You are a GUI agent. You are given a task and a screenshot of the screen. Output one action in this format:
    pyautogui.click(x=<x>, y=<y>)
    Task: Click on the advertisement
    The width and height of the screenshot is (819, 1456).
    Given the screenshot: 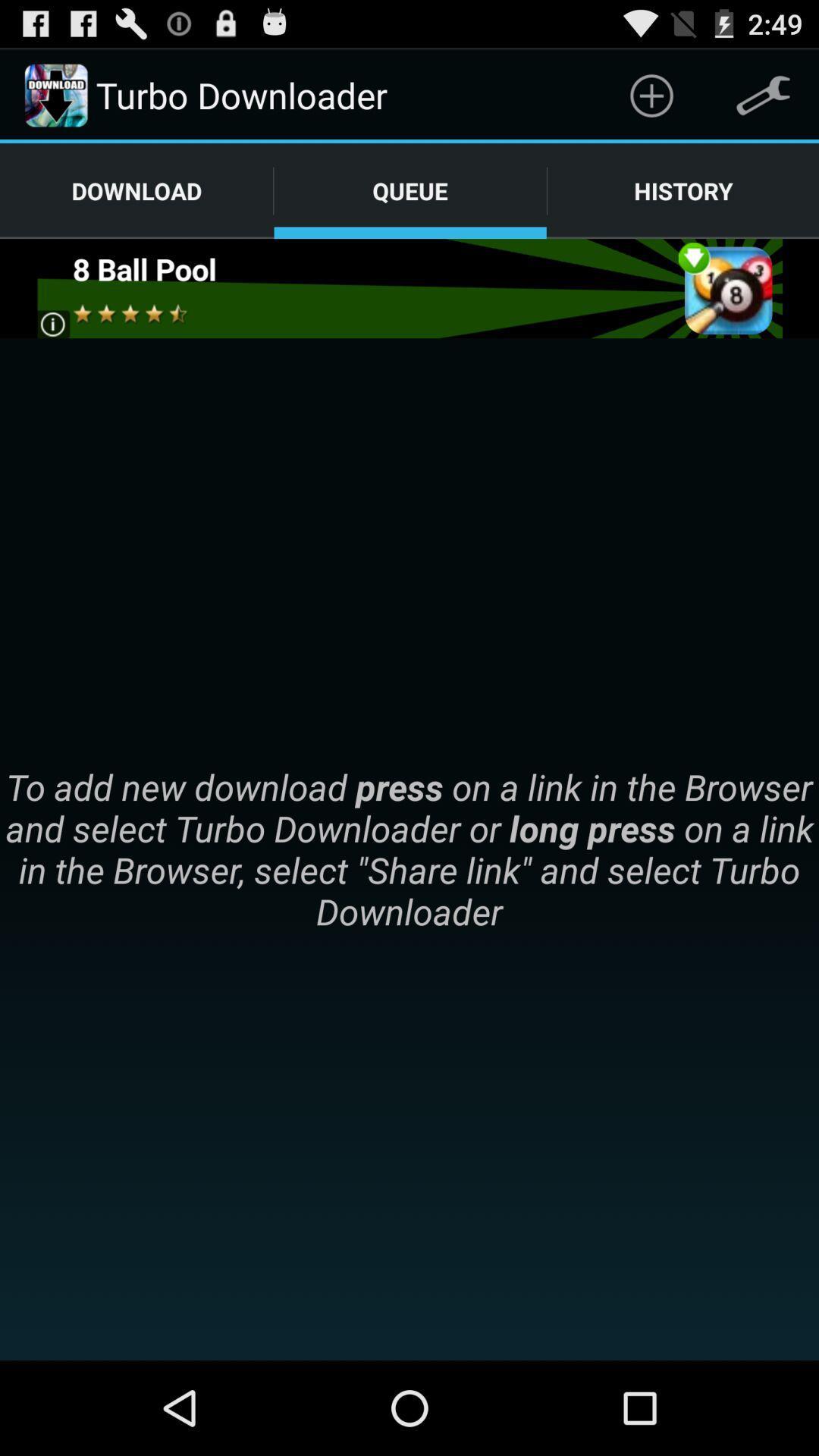 What is the action you would take?
    pyautogui.click(x=408, y=288)
    